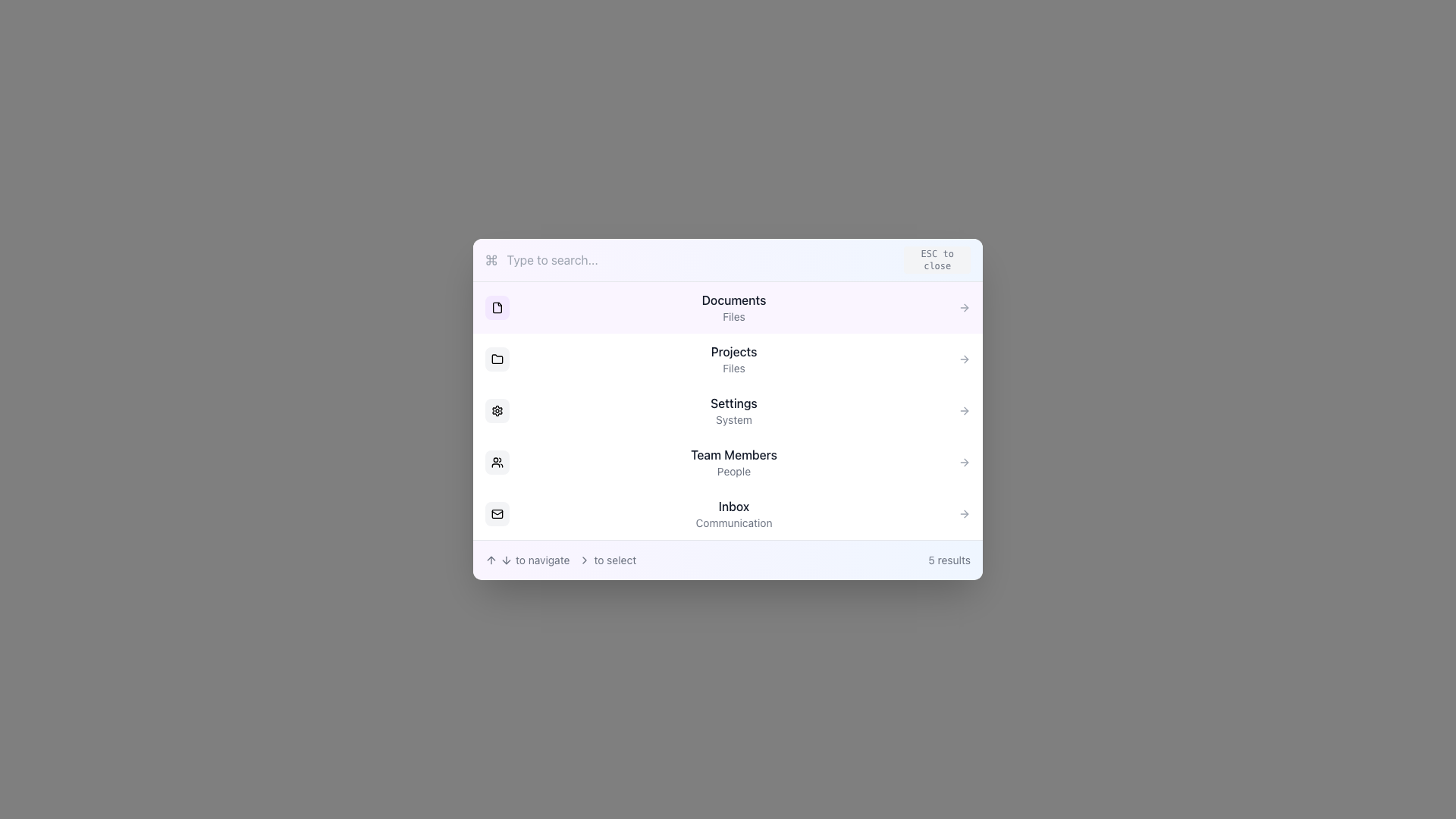  What do you see at coordinates (491, 259) in the screenshot?
I see `the decorative graphic icon located at the top left section of the window, near the 'Type to search...' text input field` at bounding box center [491, 259].